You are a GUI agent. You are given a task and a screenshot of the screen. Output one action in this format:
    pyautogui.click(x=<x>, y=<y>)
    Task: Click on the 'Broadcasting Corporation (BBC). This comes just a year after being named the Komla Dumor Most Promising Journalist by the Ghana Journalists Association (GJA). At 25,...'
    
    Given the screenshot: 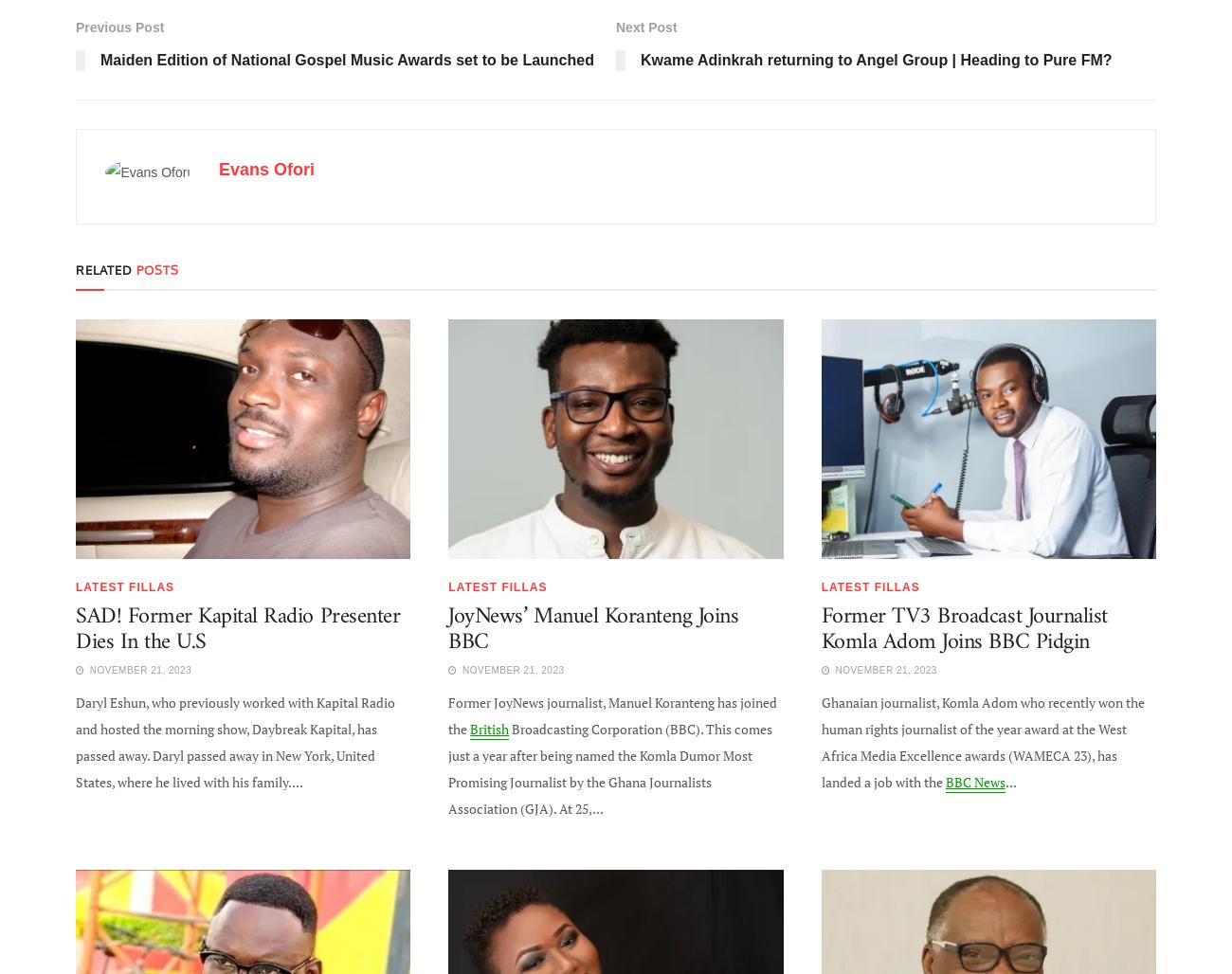 What is the action you would take?
    pyautogui.click(x=610, y=767)
    